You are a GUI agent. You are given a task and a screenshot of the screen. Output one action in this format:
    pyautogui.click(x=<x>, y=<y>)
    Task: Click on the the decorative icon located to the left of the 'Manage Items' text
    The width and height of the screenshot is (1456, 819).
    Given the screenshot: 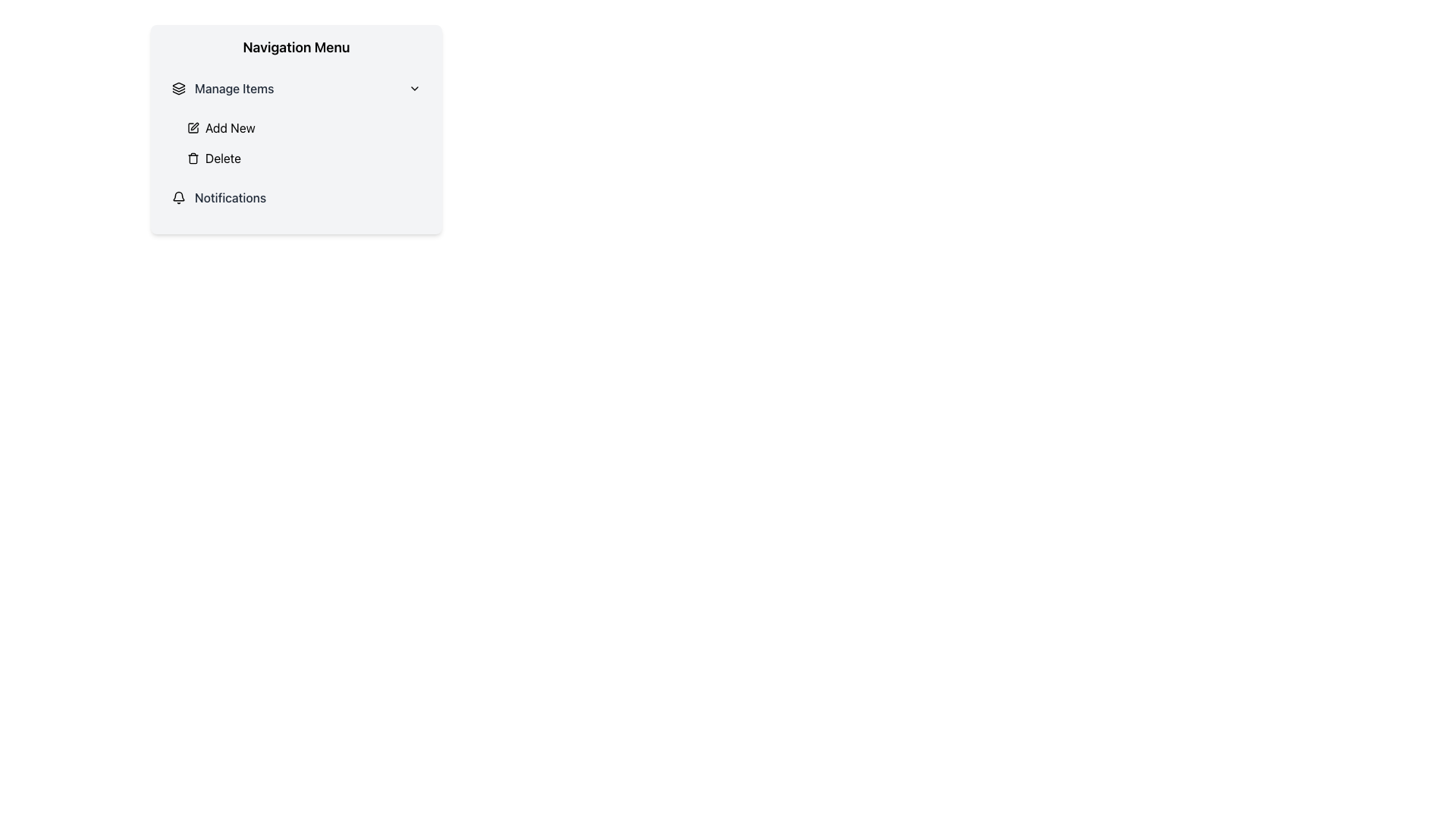 What is the action you would take?
    pyautogui.click(x=178, y=88)
    